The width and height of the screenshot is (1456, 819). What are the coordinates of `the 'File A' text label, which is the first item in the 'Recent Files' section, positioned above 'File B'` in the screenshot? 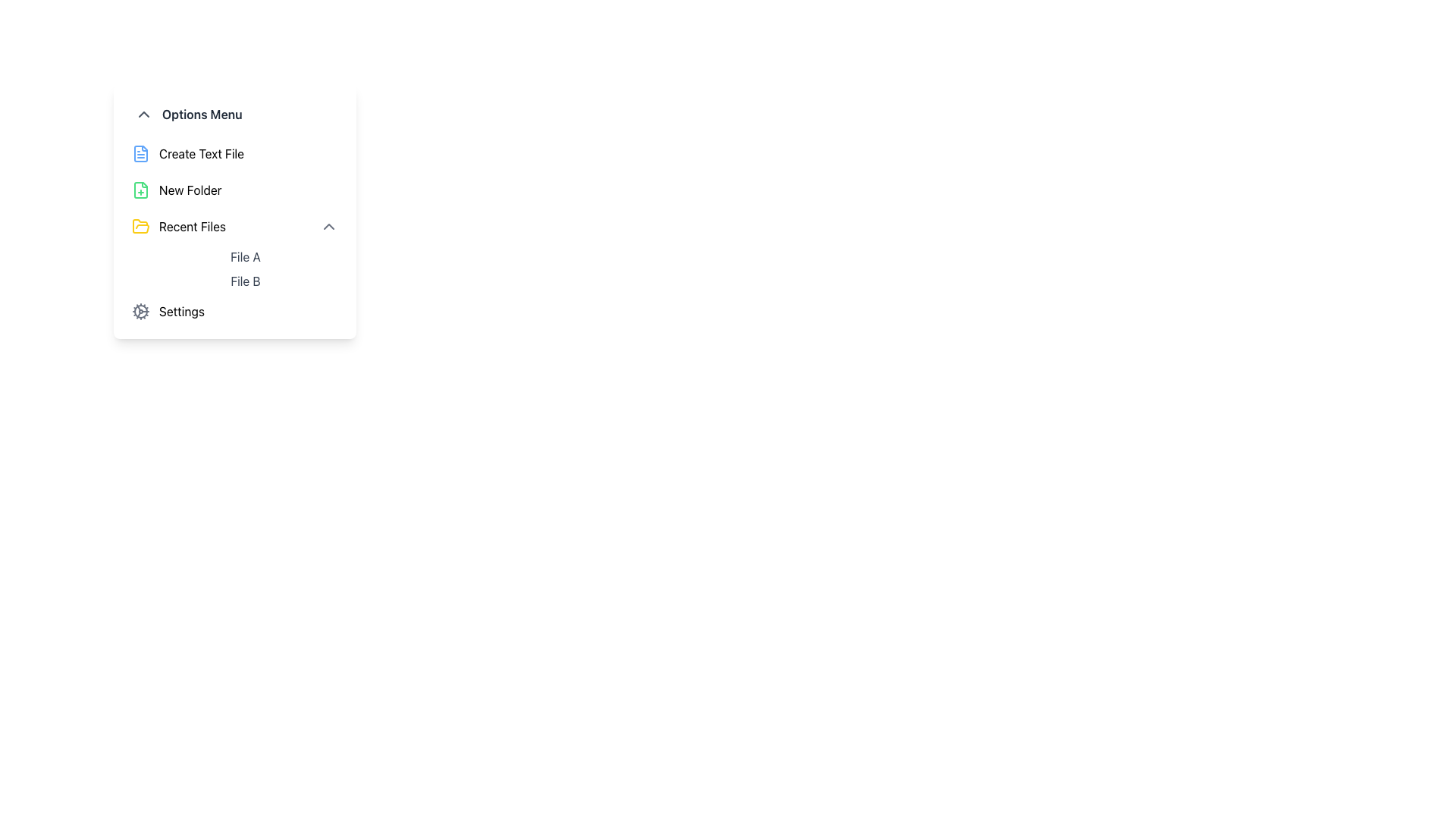 It's located at (246, 256).